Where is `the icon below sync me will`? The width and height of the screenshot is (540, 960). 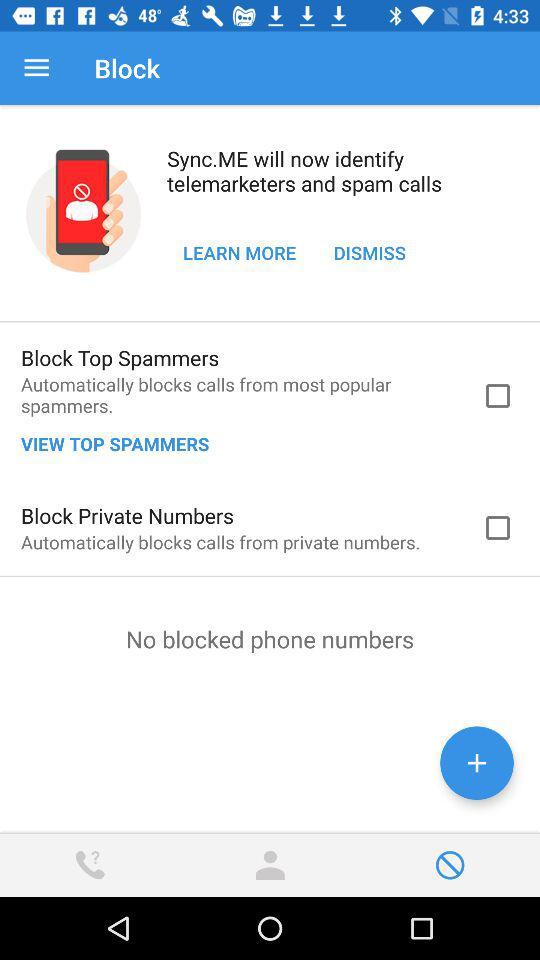
the icon below sync me will is located at coordinates (368, 251).